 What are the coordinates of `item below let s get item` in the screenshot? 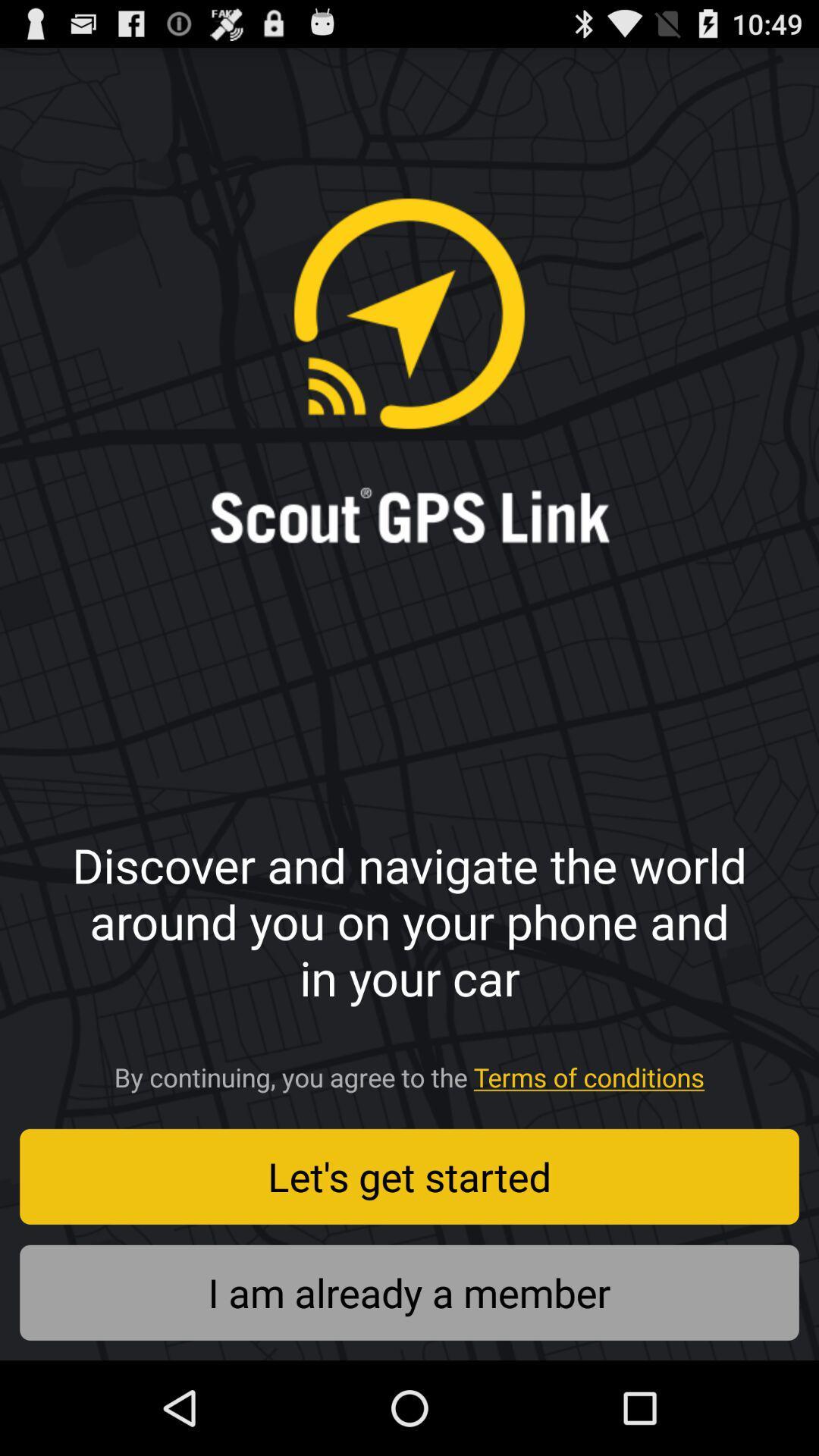 It's located at (409, 1291).